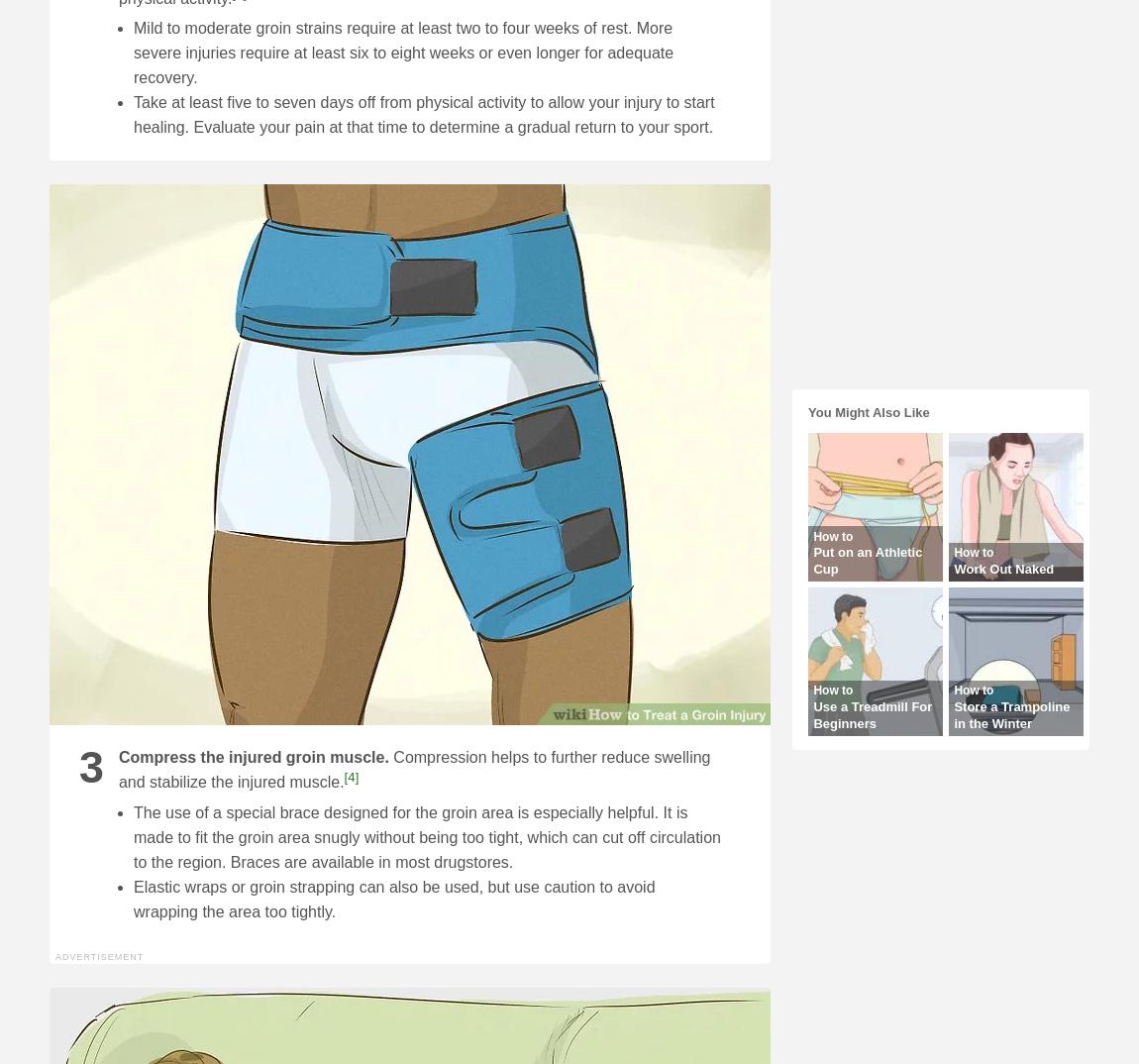  What do you see at coordinates (351, 776) in the screenshot?
I see `'[4]'` at bounding box center [351, 776].